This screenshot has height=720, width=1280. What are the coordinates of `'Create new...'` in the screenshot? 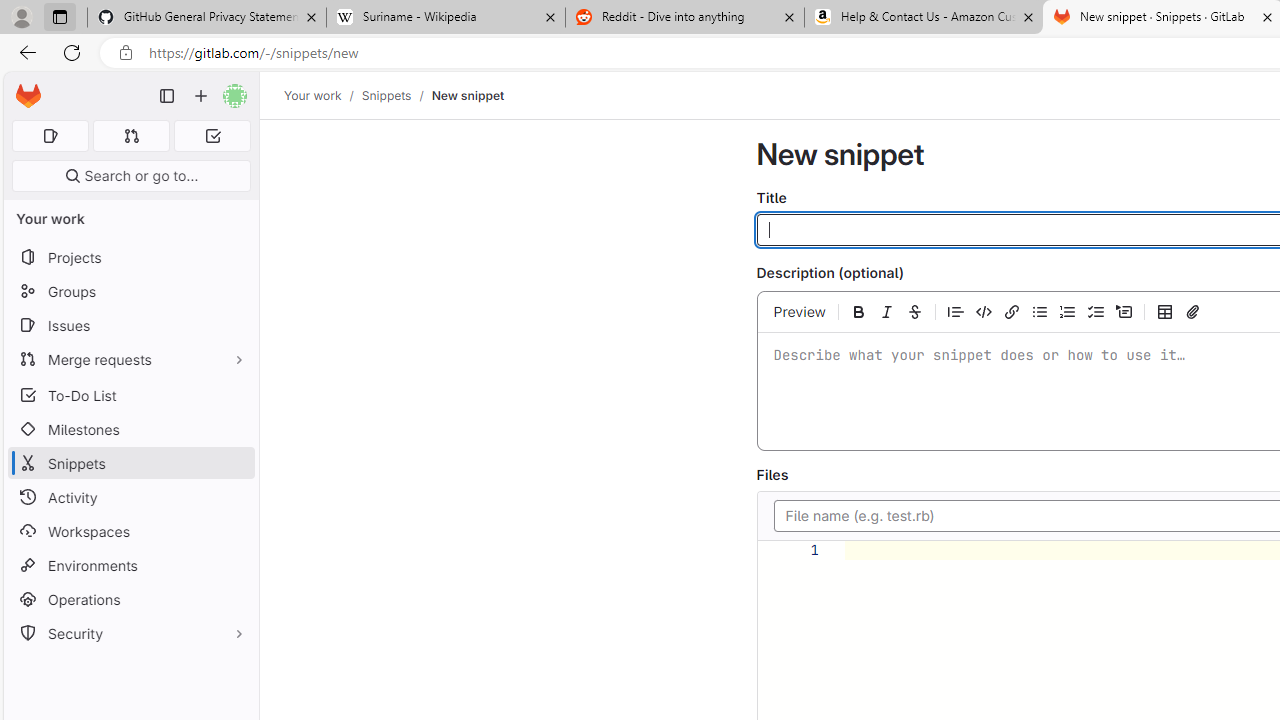 It's located at (201, 96).